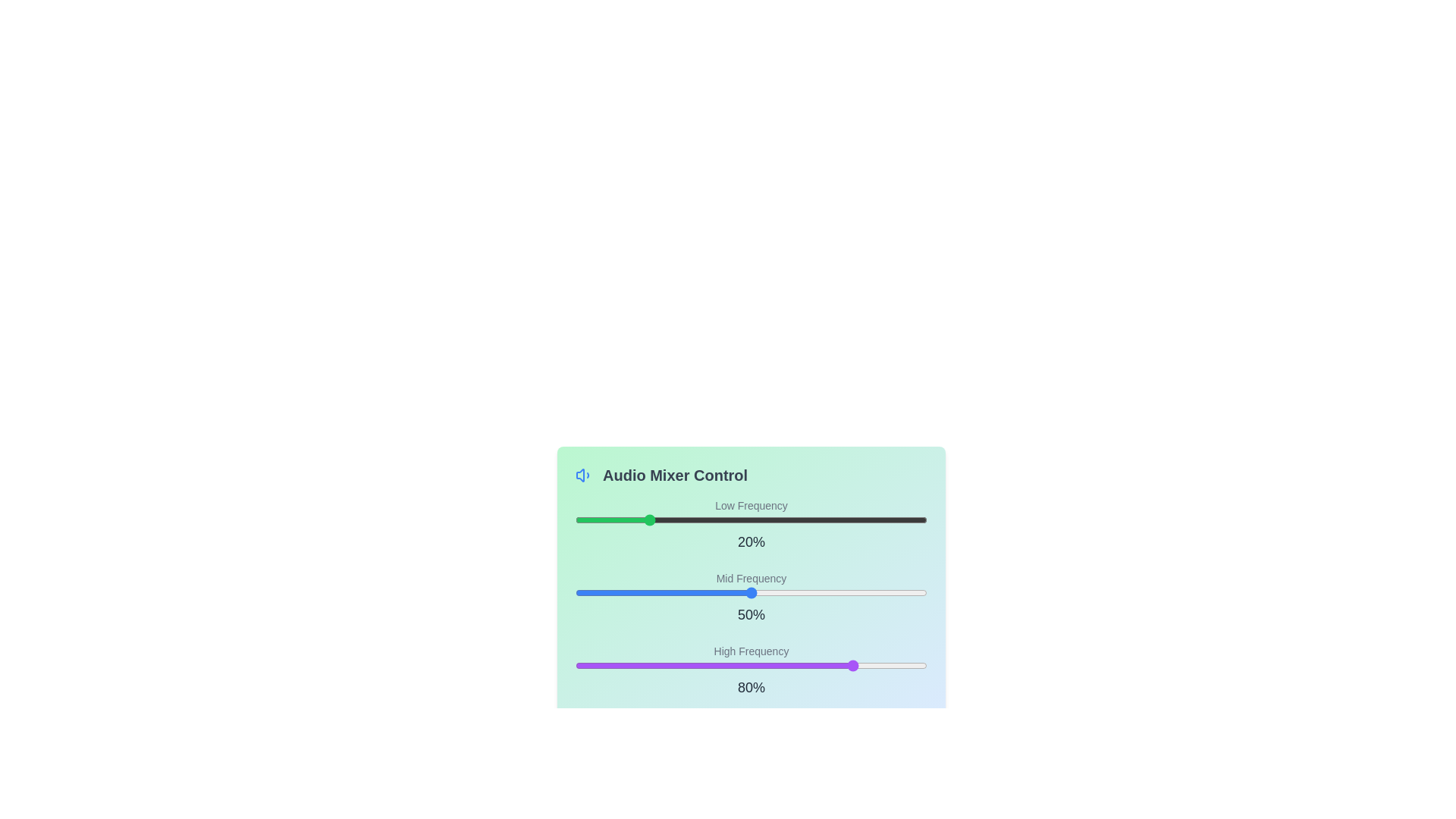 The image size is (1456, 819). What do you see at coordinates (698, 592) in the screenshot?
I see `the 'Mid Frequency' slider` at bounding box center [698, 592].